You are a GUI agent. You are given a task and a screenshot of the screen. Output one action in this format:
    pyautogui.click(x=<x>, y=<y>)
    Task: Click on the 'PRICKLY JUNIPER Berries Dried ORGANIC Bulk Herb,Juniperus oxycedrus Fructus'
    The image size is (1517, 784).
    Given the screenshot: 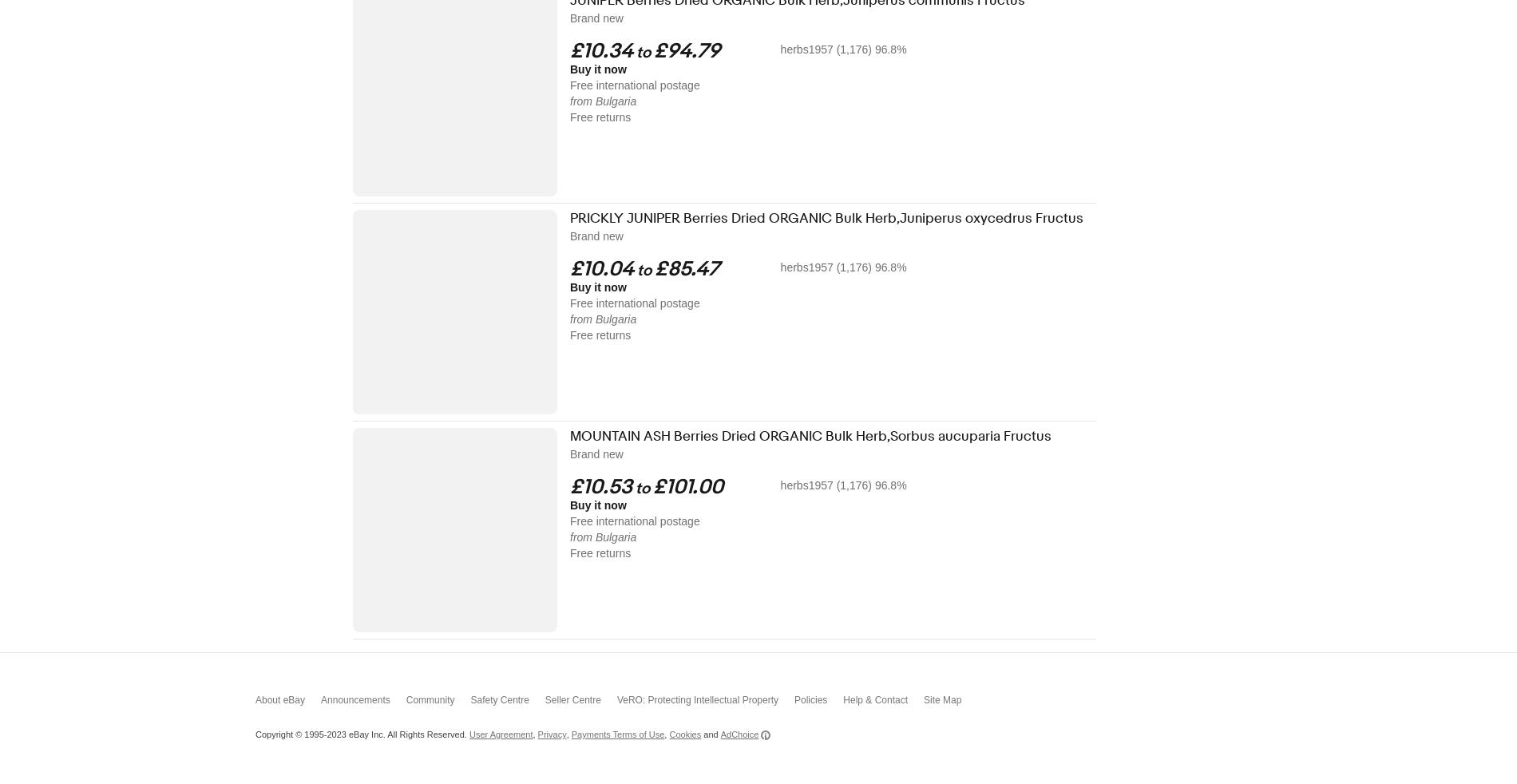 What is the action you would take?
    pyautogui.click(x=826, y=218)
    